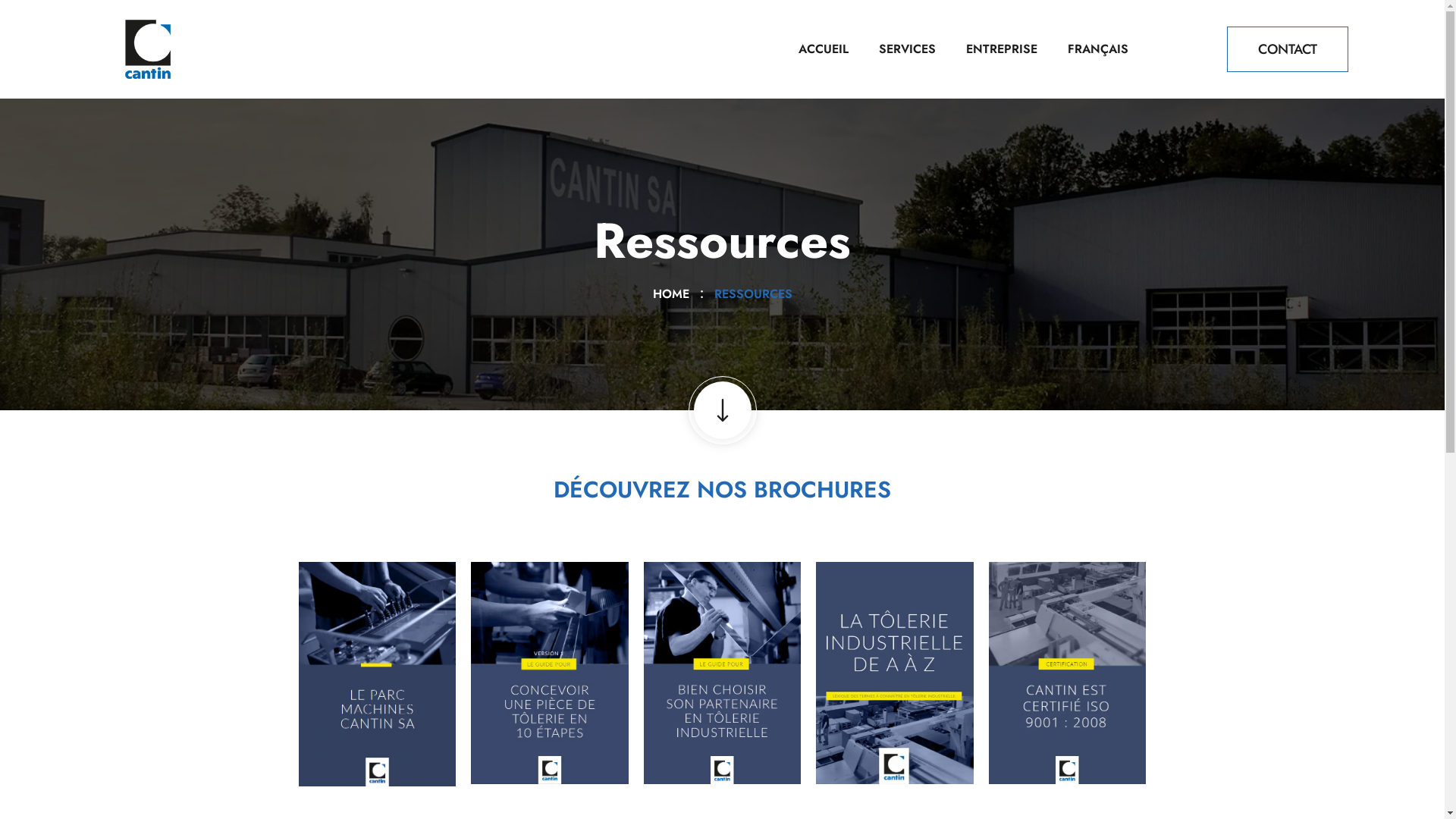 This screenshot has height=819, width=1456. Describe the element at coordinates (651, 293) in the screenshot. I see `'HOME  '` at that location.